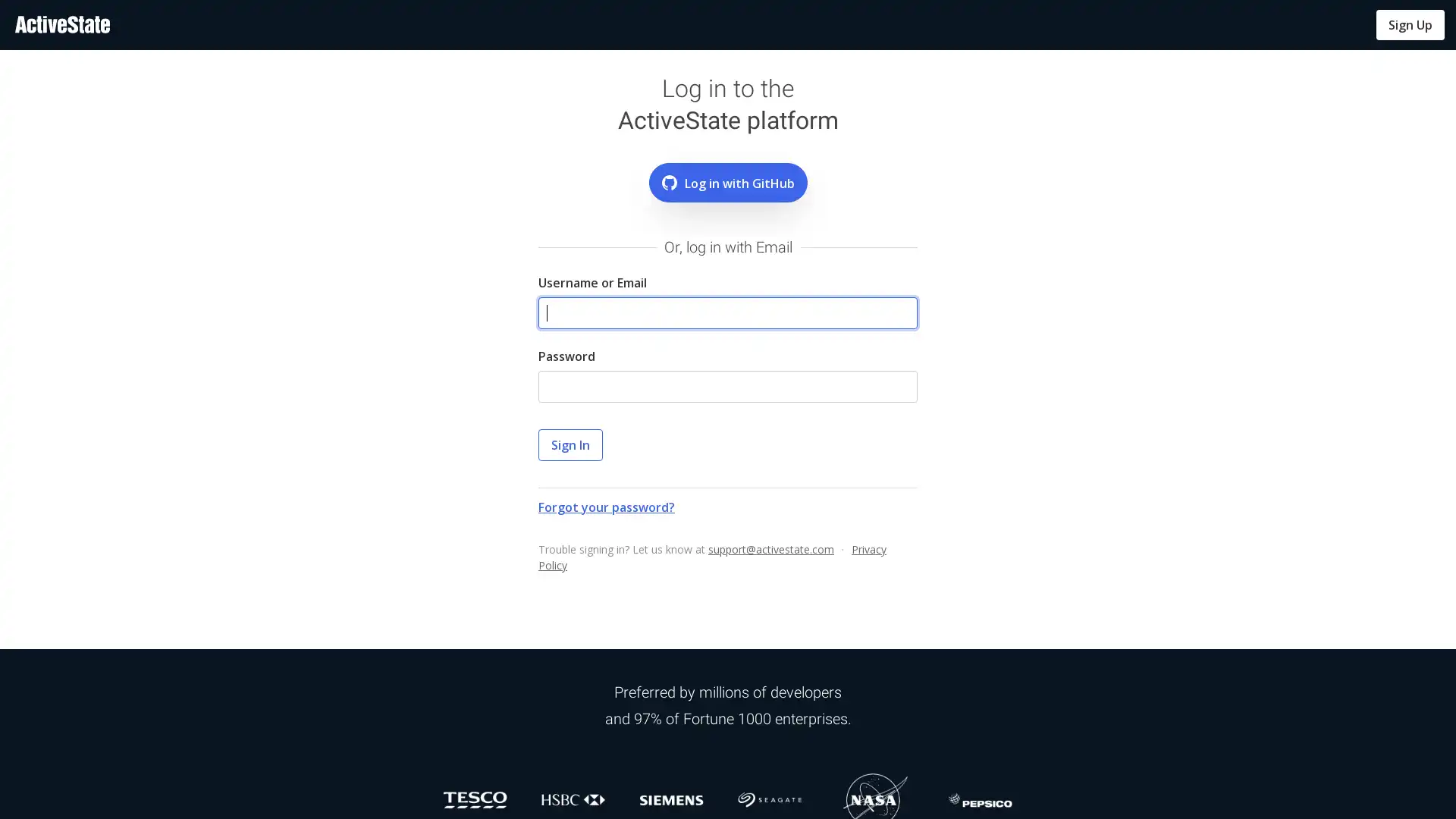 Image resolution: width=1456 pixels, height=819 pixels. Describe the element at coordinates (570, 444) in the screenshot. I see `Sign In` at that location.